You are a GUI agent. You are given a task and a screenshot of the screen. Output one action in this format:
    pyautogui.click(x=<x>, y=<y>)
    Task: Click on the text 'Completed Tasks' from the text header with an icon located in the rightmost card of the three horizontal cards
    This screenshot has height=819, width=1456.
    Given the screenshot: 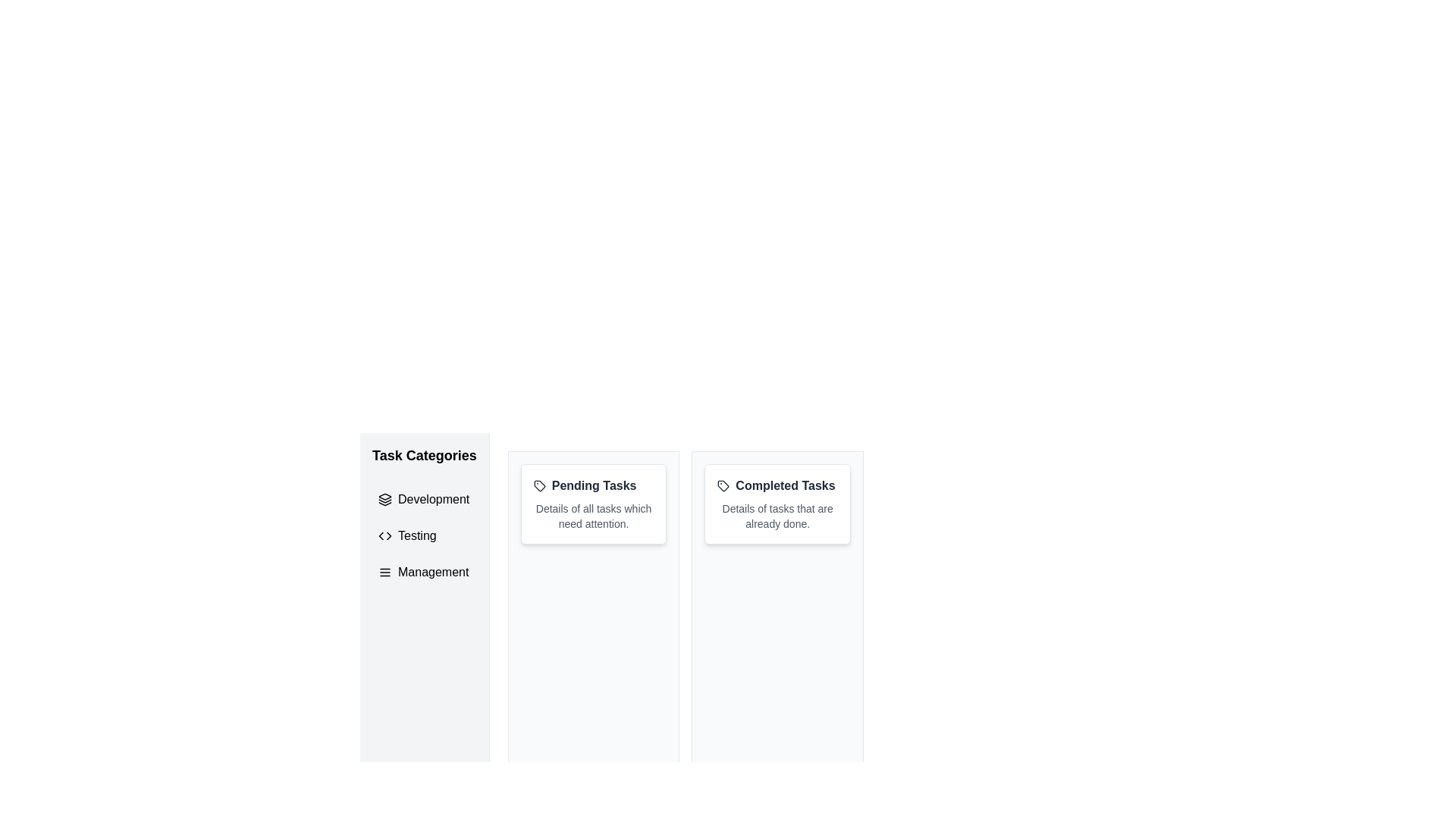 What is the action you would take?
    pyautogui.click(x=777, y=485)
    